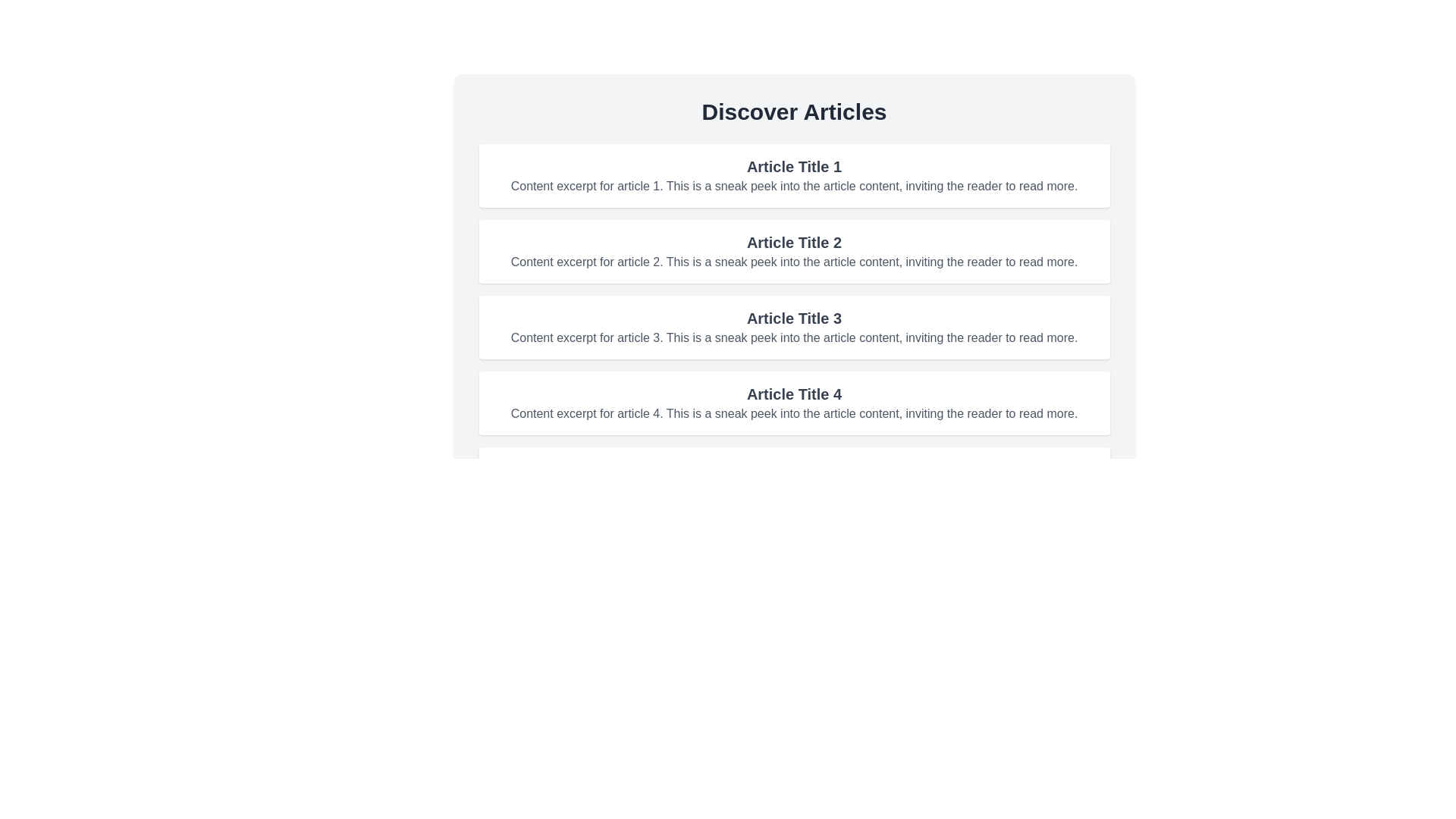 The image size is (1456, 819). I want to click on text snippet styled in gray font located directly beneath the title 'Article Title 1' within the card layout, so click(793, 186).